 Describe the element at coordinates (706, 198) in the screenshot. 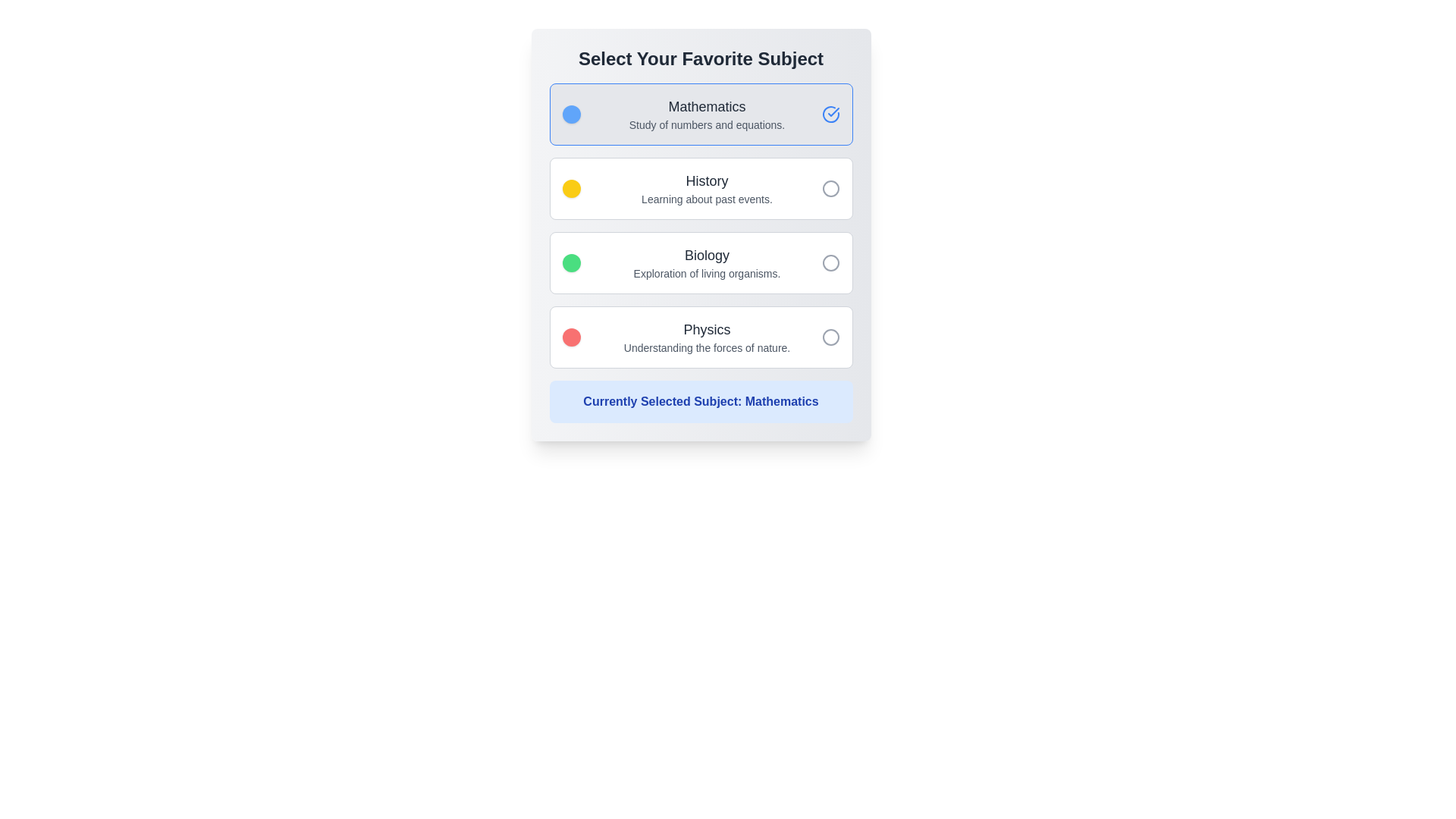

I see `the explanatory text located directly below the 'History' heading in the second section of the vertically stacked list` at that location.